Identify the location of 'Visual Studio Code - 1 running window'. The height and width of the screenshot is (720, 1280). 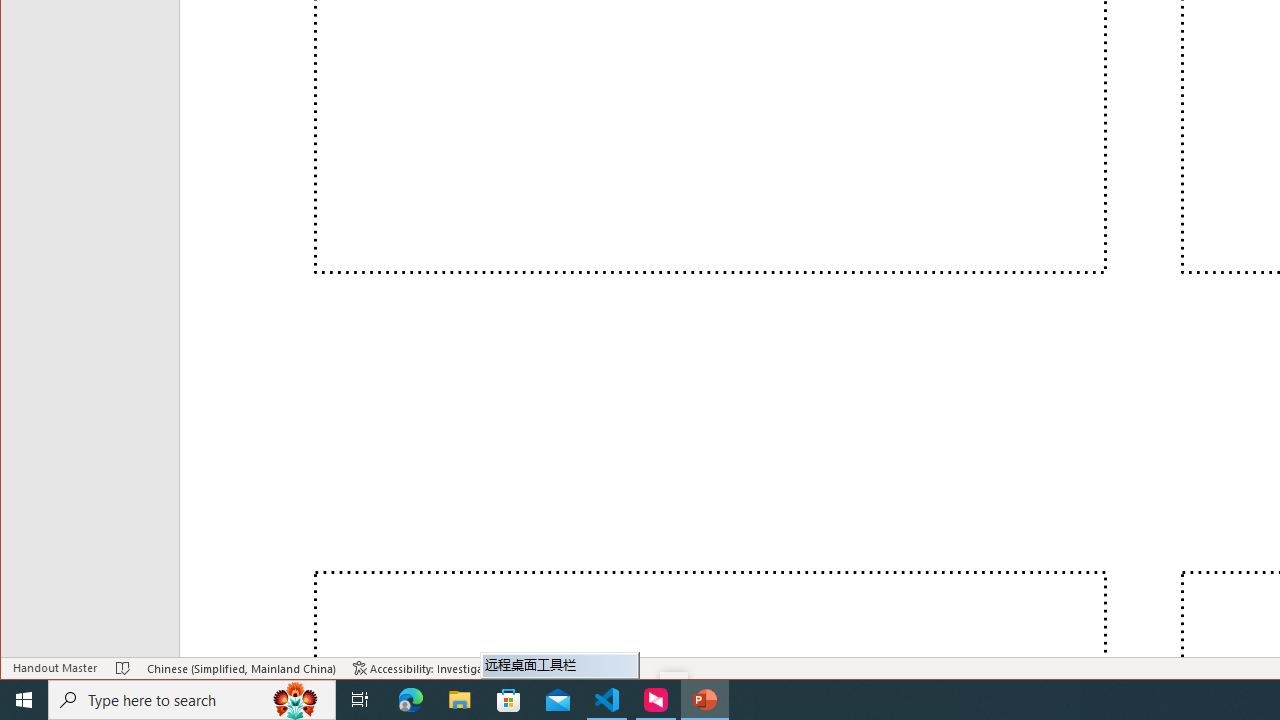
(606, 698).